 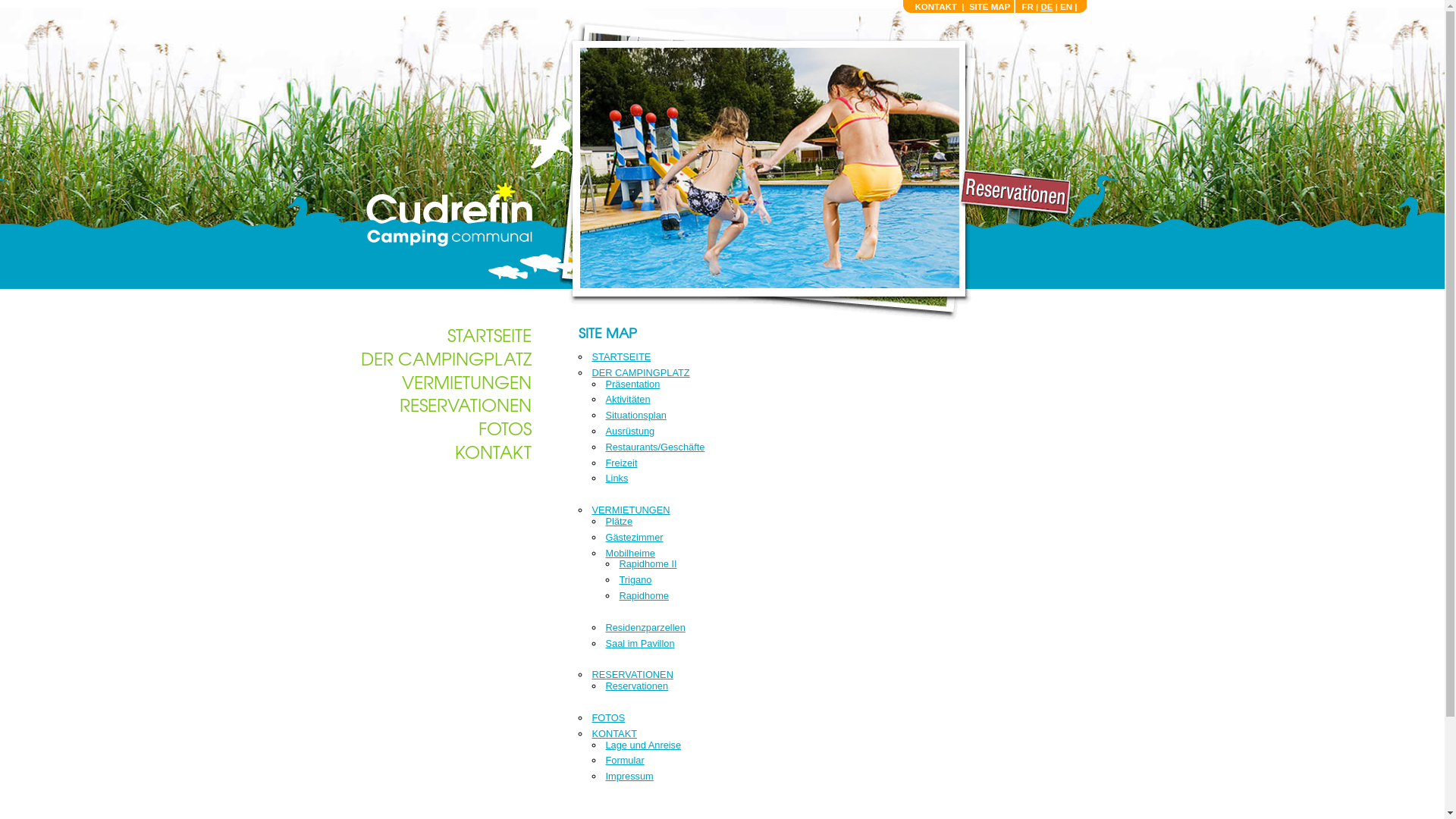 What do you see at coordinates (630, 510) in the screenshot?
I see `'VERMIETUNGEN'` at bounding box center [630, 510].